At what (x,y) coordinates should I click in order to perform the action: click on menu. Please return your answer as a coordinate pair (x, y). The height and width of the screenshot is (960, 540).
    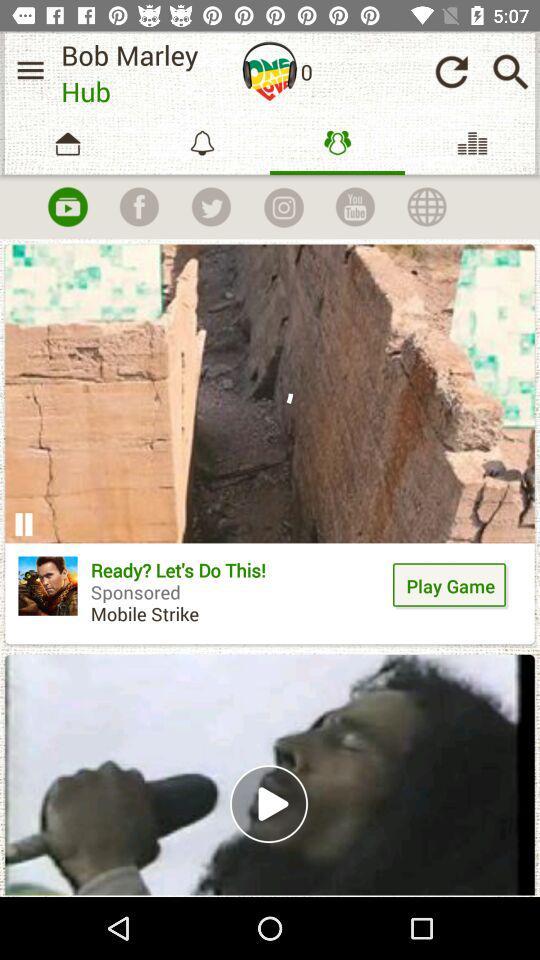
    Looking at the image, I should click on (29, 70).